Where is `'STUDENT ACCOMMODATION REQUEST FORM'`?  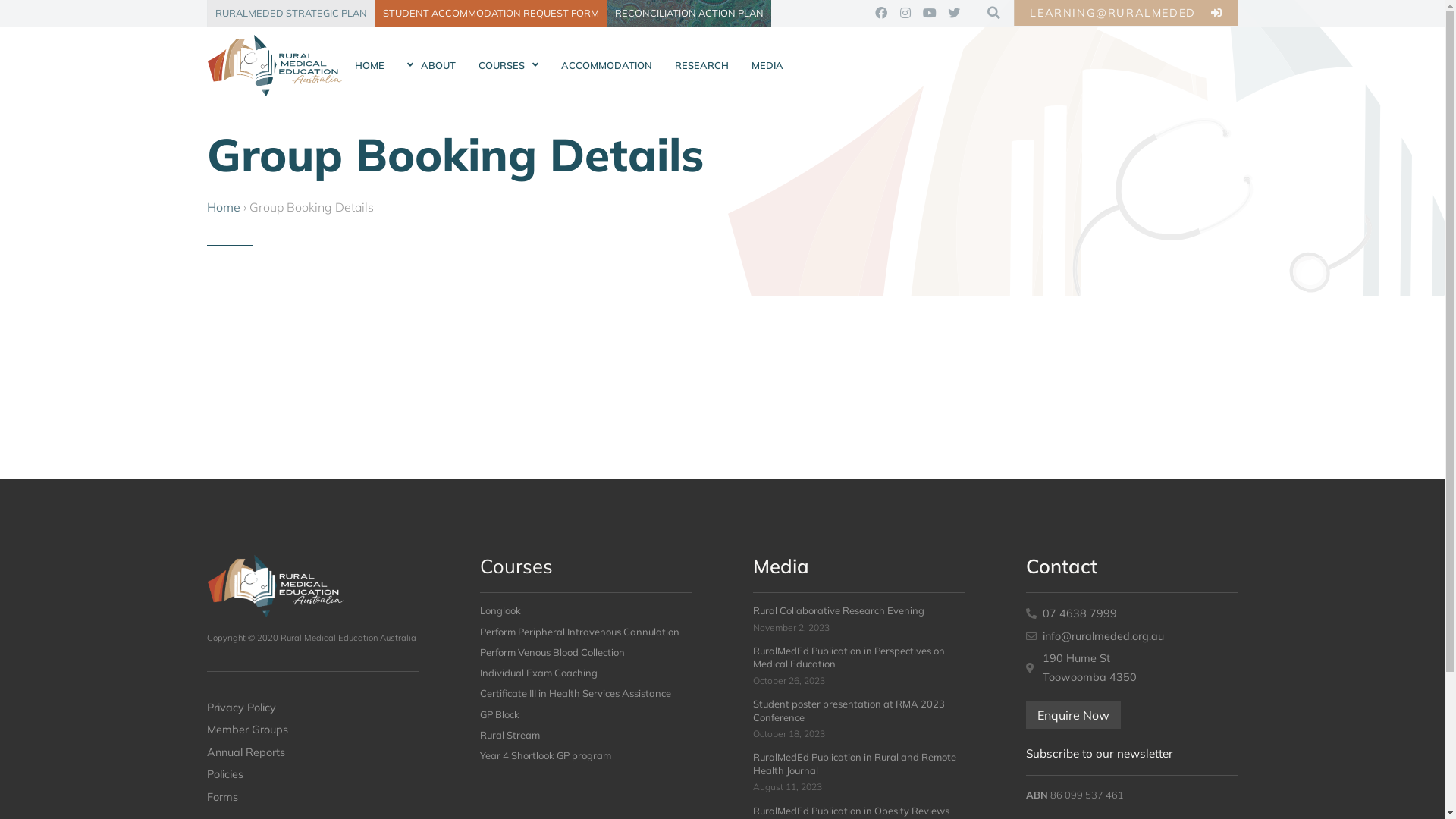
'STUDENT ACCOMMODATION REQUEST FORM' is located at coordinates (491, 13).